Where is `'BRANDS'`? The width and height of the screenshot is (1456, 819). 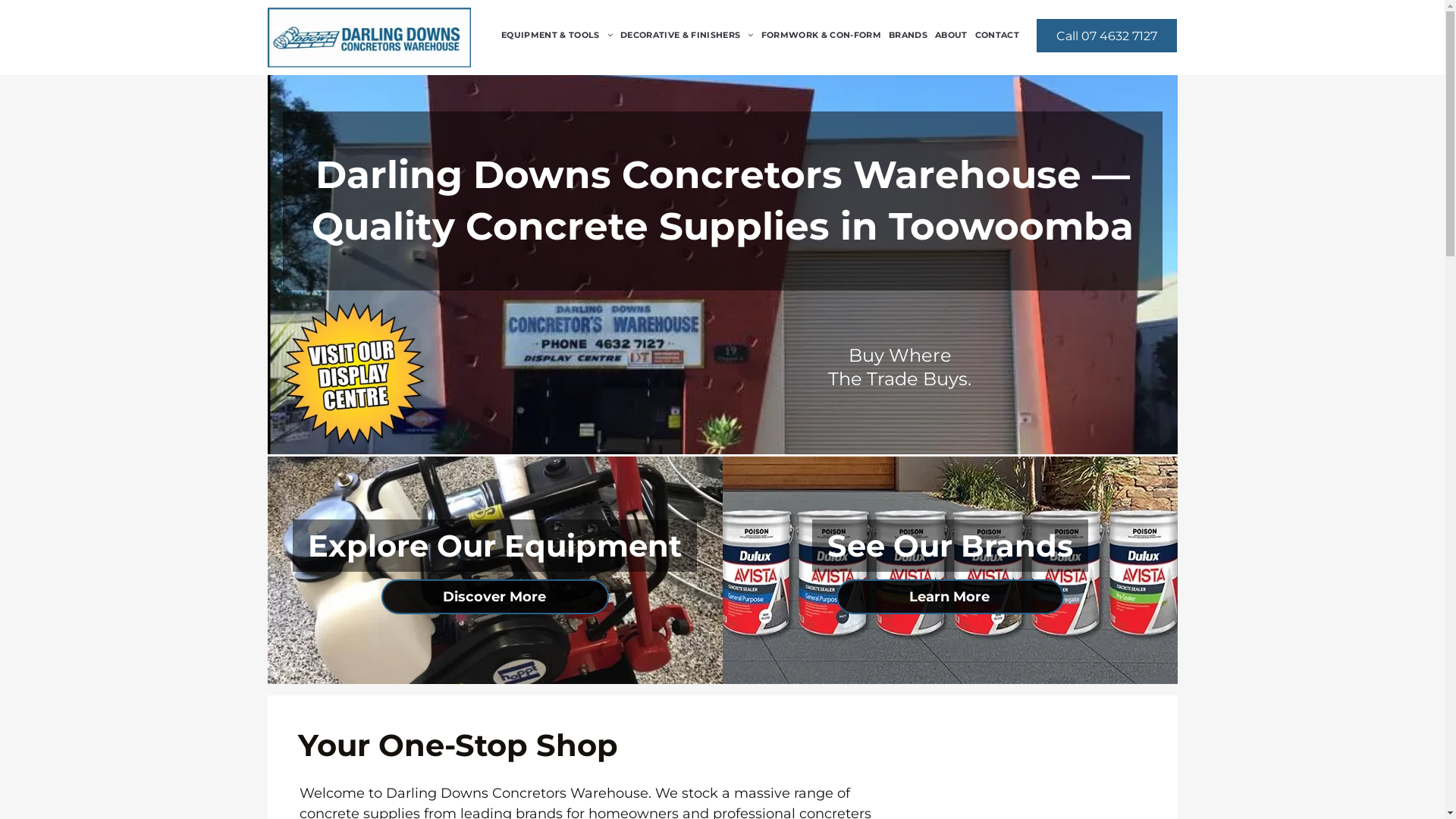 'BRANDS' is located at coordinates (908, 34).